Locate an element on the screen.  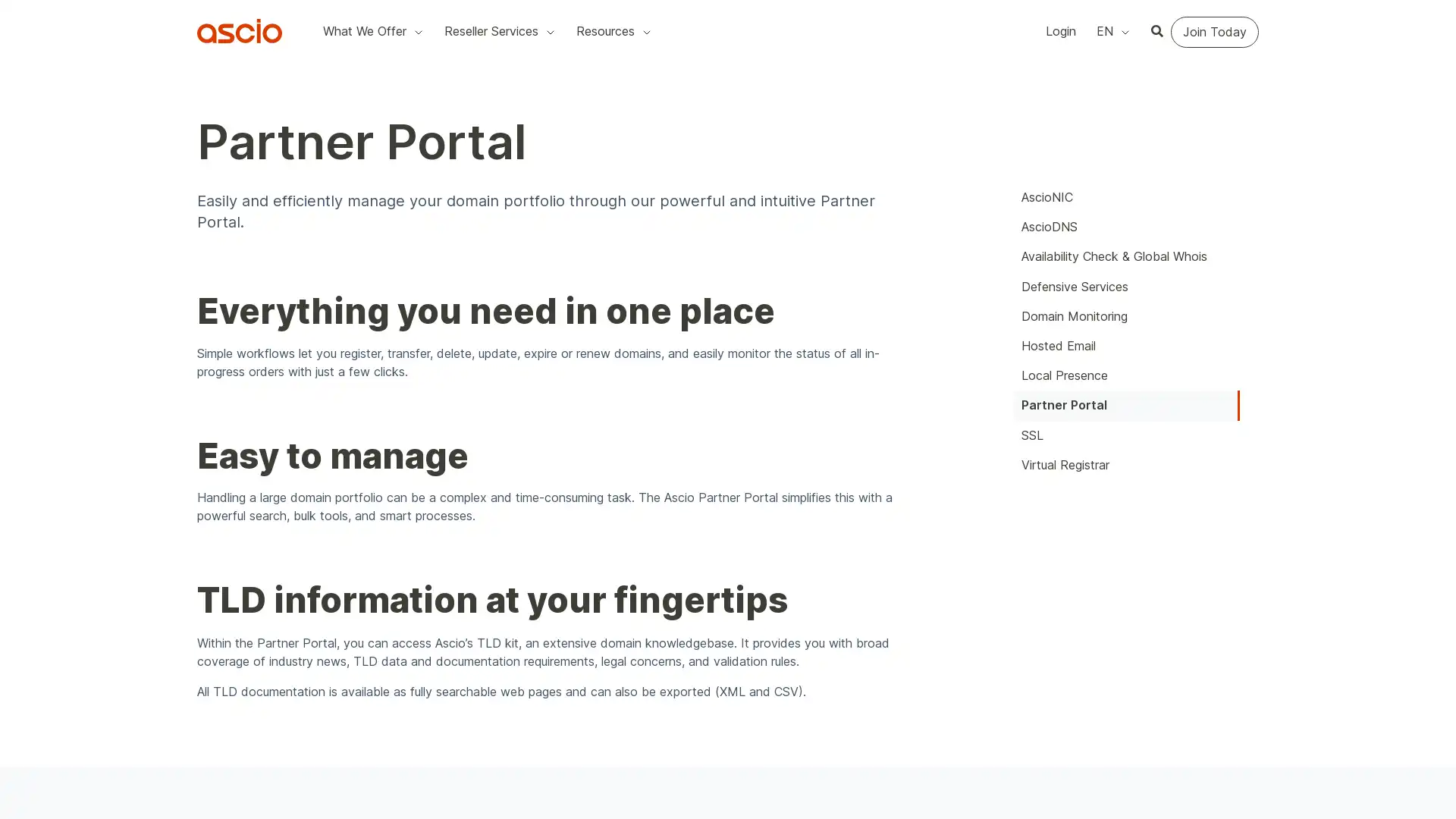
Accept is located at coordinates (934, 121).